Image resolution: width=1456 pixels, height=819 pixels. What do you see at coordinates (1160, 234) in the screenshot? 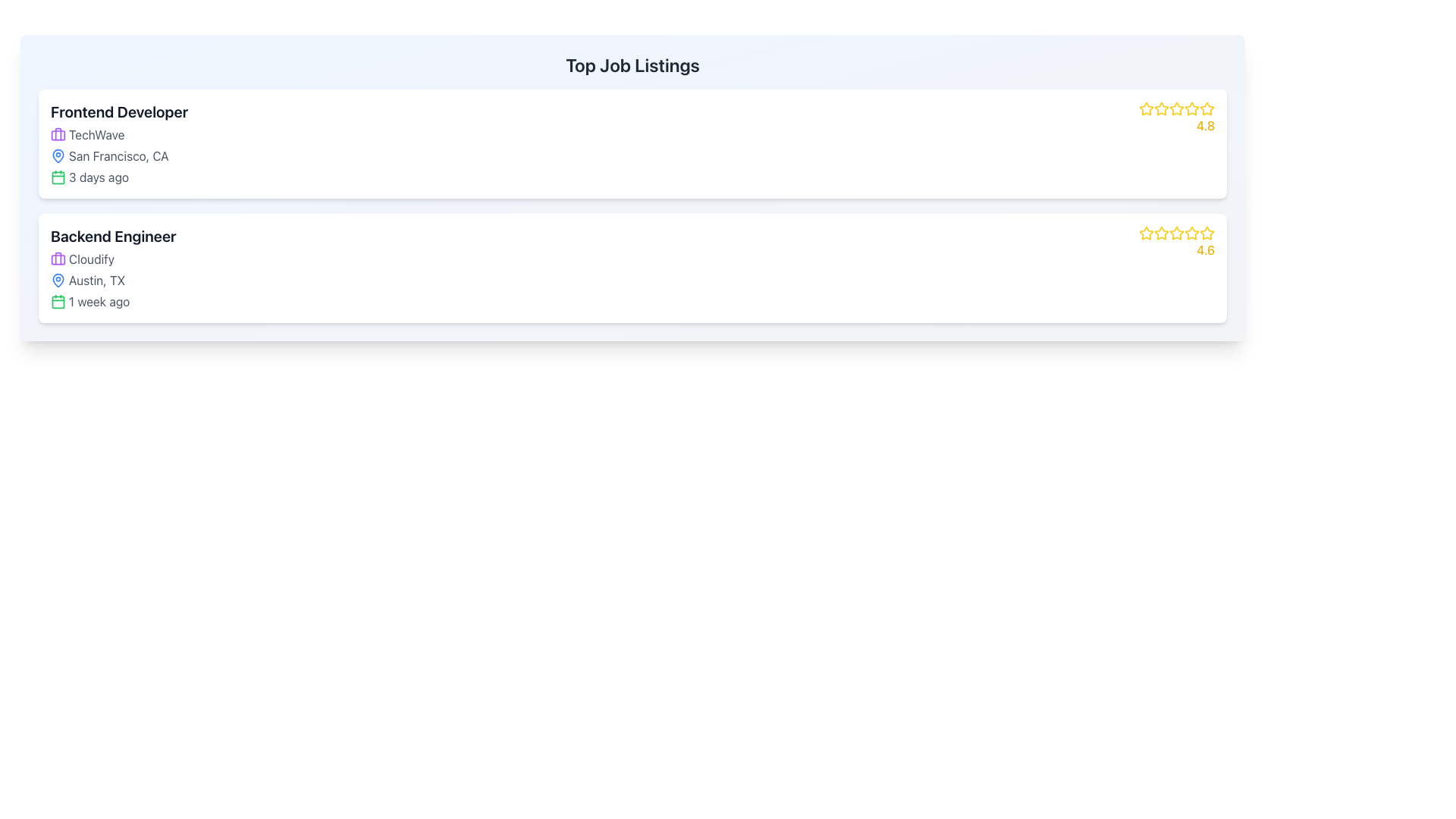
I see `the third star icon in the horizontal row of five stars located in the bottom job listing's rating section` at bounding box center [1160, 234].